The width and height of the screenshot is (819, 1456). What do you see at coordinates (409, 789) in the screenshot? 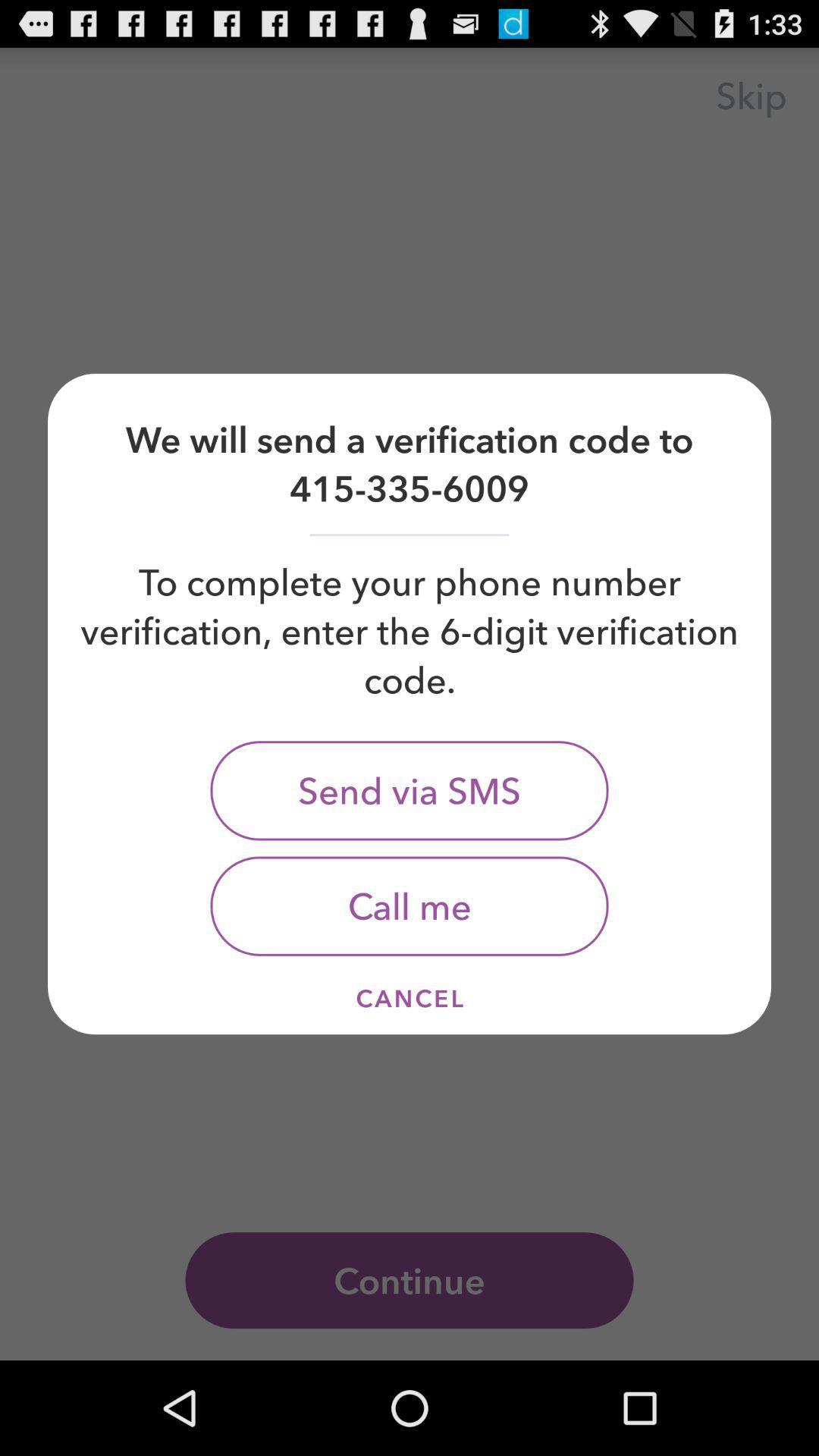
I see `the item above call me icon` at bounding box center [409, 789].